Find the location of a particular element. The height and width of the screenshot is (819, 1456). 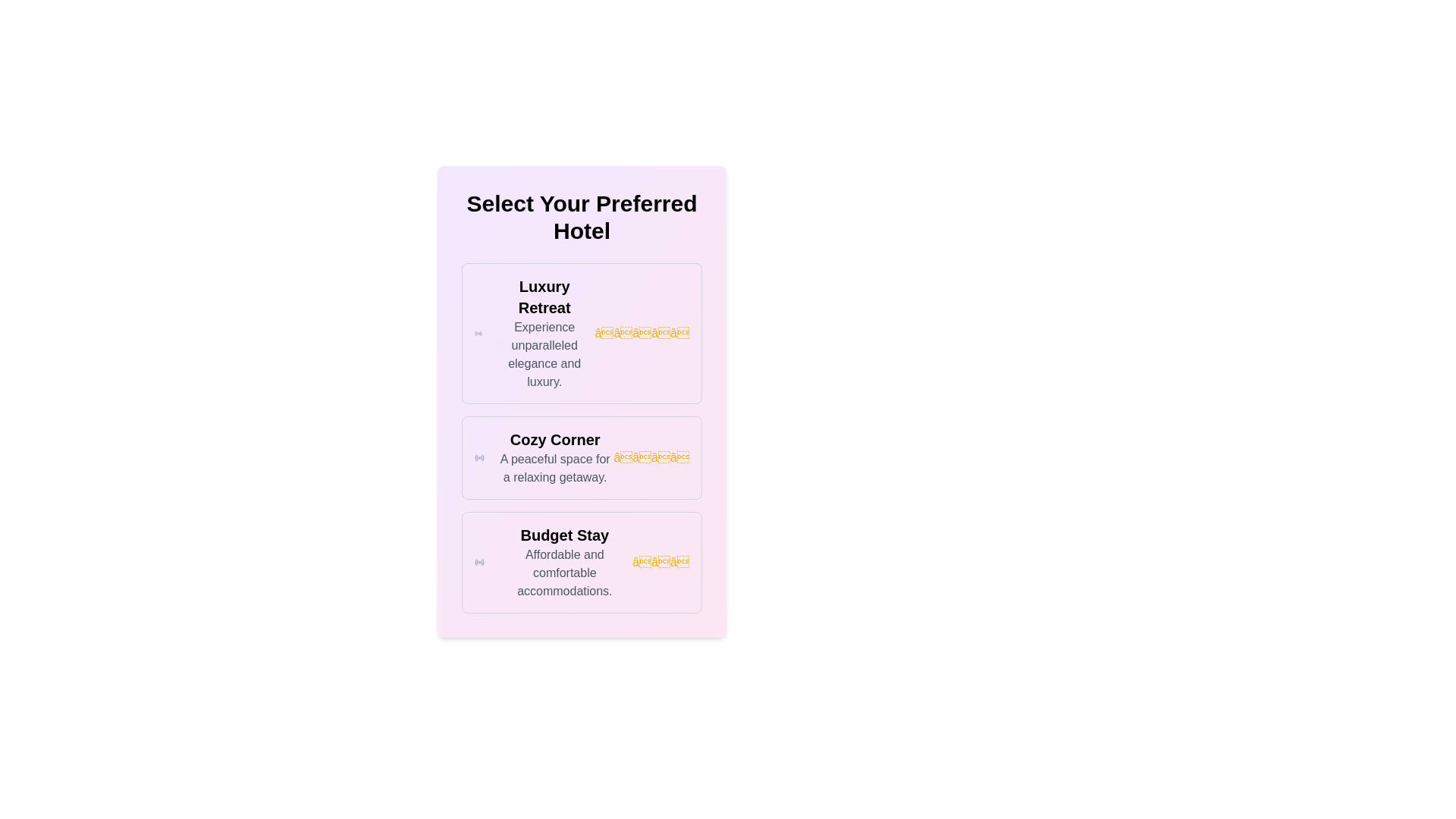

the Static Text Label that serves as the title for the hotel detail section, positioned at the upper-left corner of the box containing hotel details is located at coordinates (544, 297).